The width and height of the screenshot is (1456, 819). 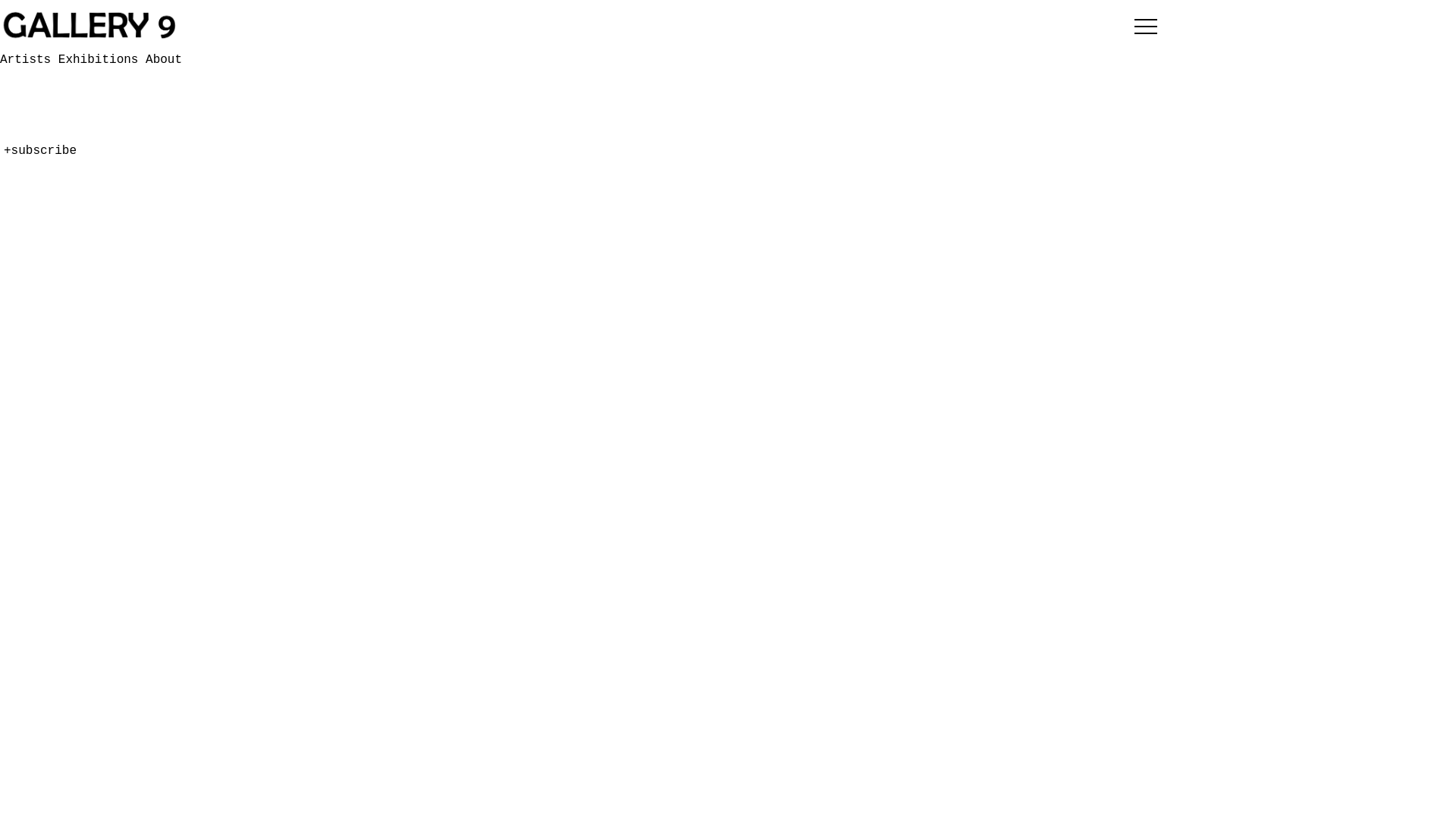 I want to click on 'About', so click(x=164, y=58).